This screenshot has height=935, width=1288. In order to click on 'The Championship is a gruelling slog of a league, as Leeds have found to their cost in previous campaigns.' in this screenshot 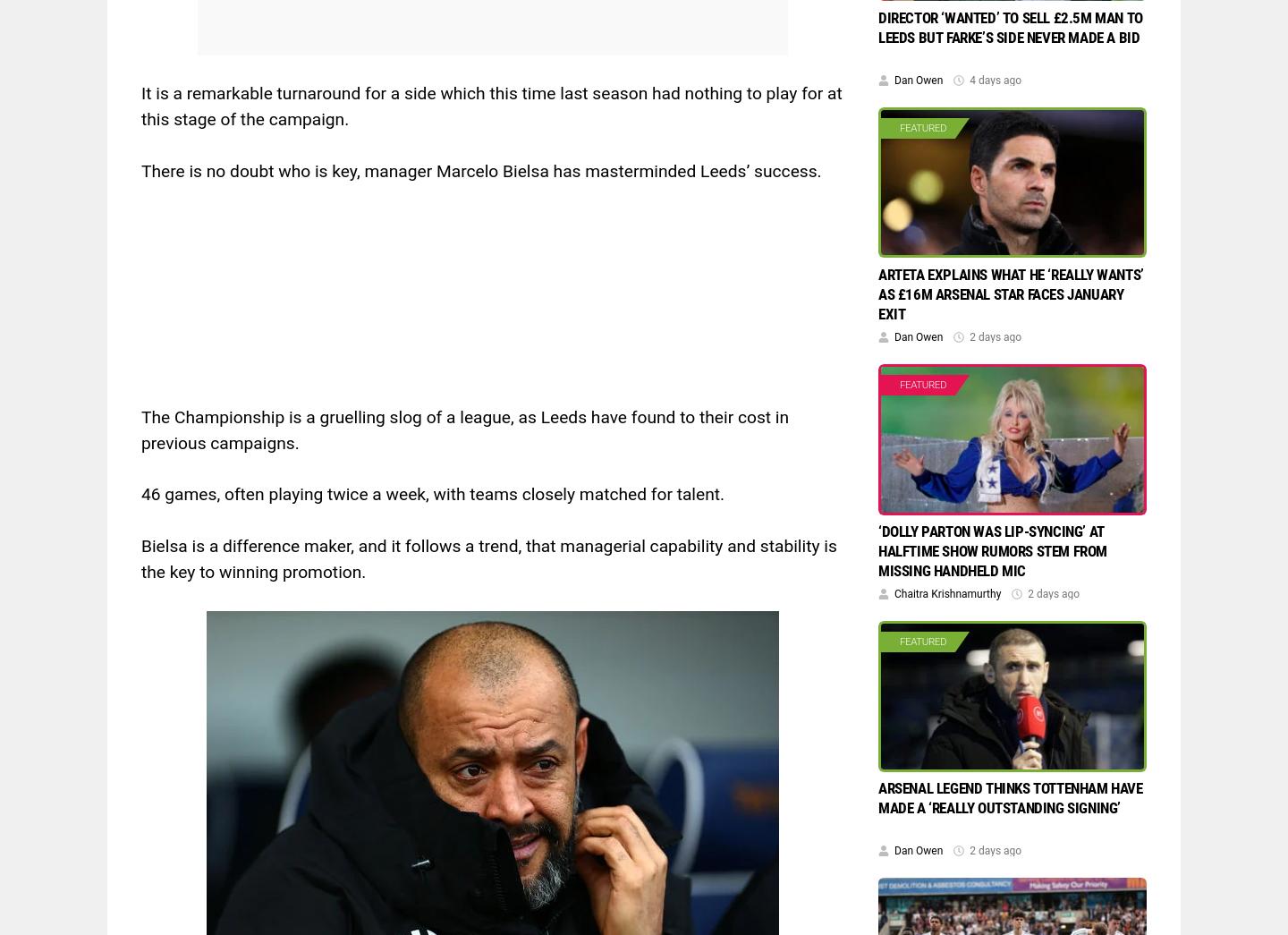, I will do `click(140, 428)`.